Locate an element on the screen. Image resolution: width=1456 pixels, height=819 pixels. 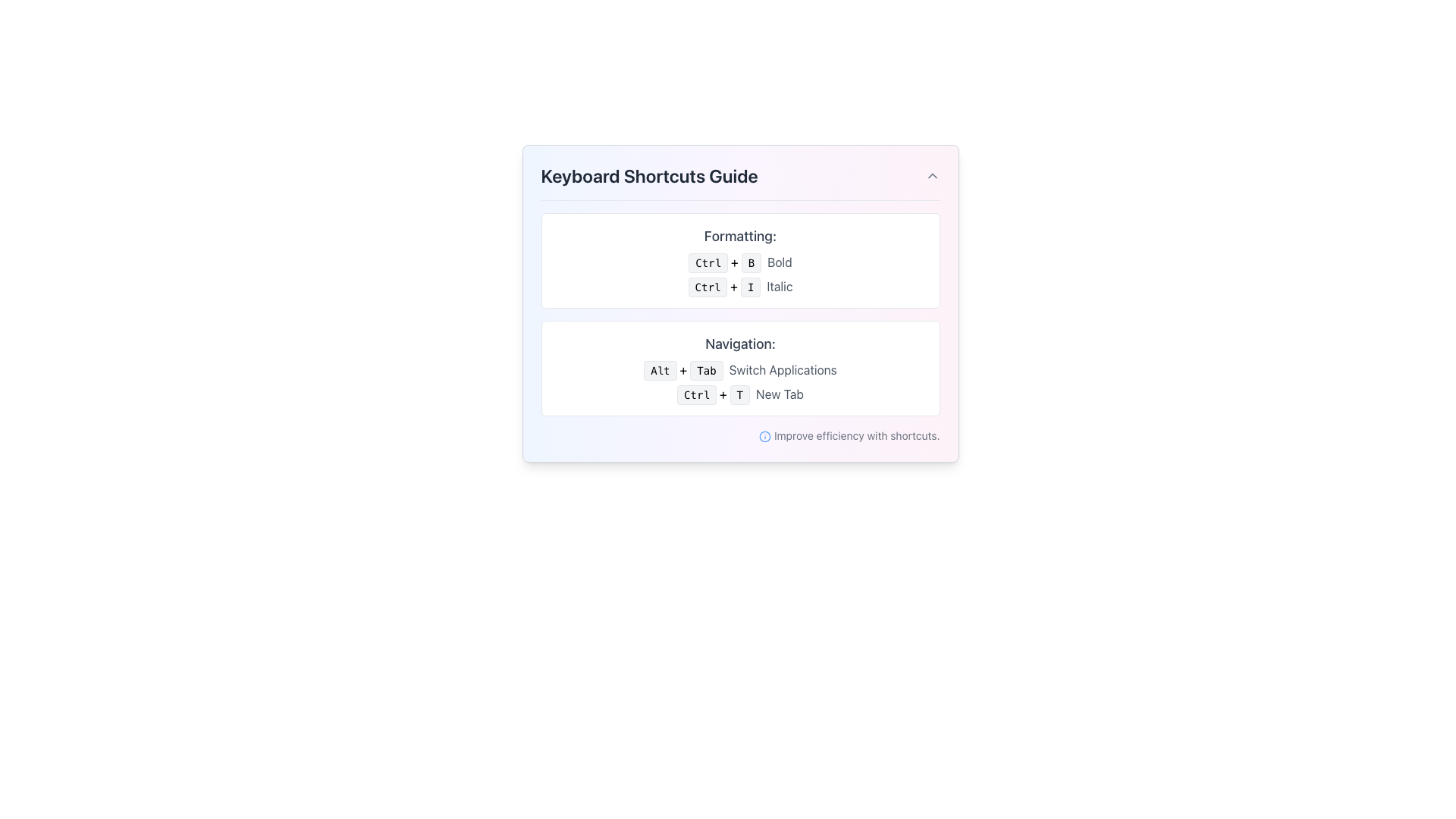
the static text component that describes the keyboard shortcut 'Ctrl + T' for opening a new tab, located in the 'Navigation' section of the 'Keyboard Shortcuts Guide' panel is located at coordinates (780, 394).